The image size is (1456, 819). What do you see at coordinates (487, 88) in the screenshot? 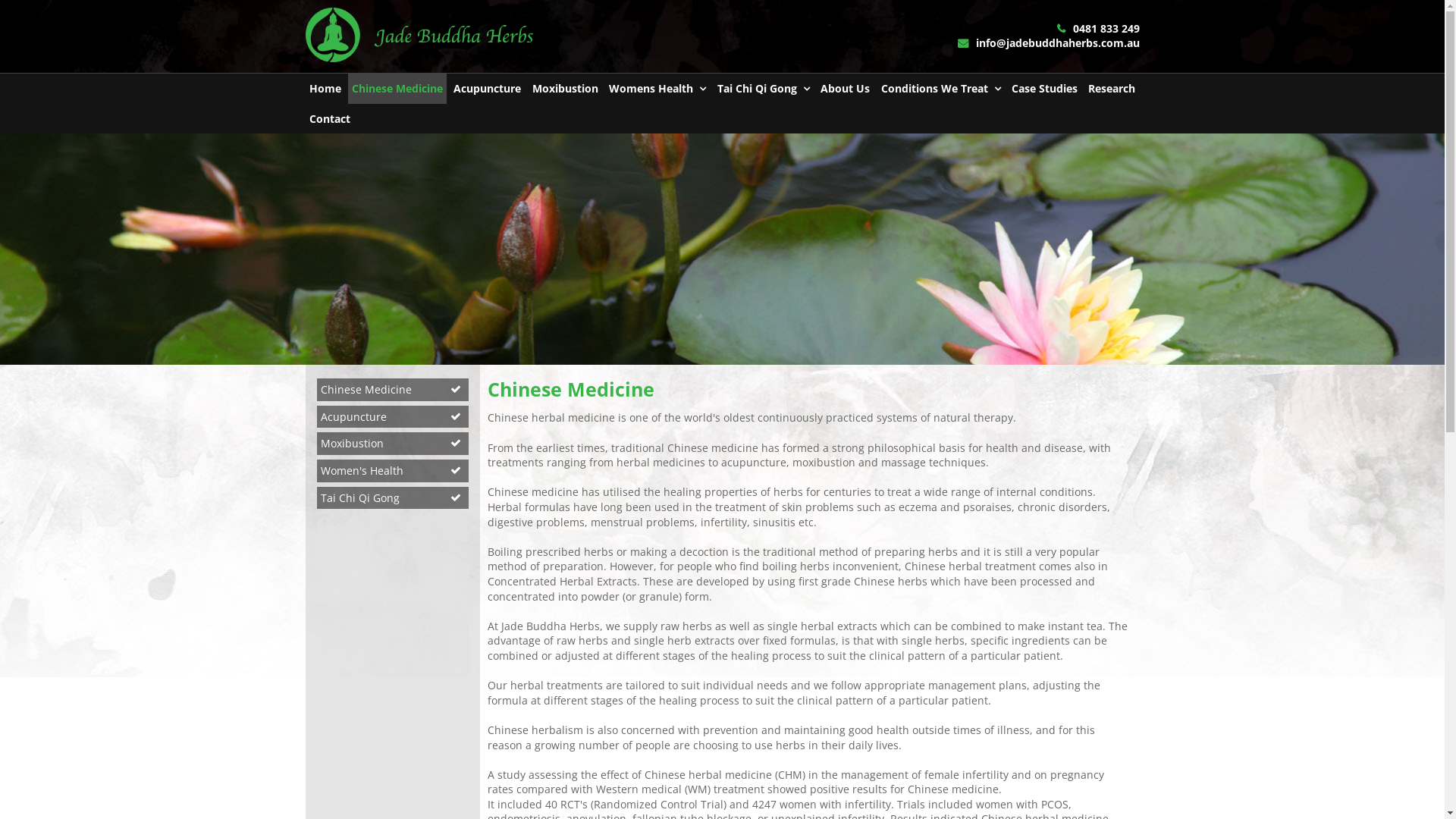
I see `'Acupuncture'` at bounding box center [487, 88].